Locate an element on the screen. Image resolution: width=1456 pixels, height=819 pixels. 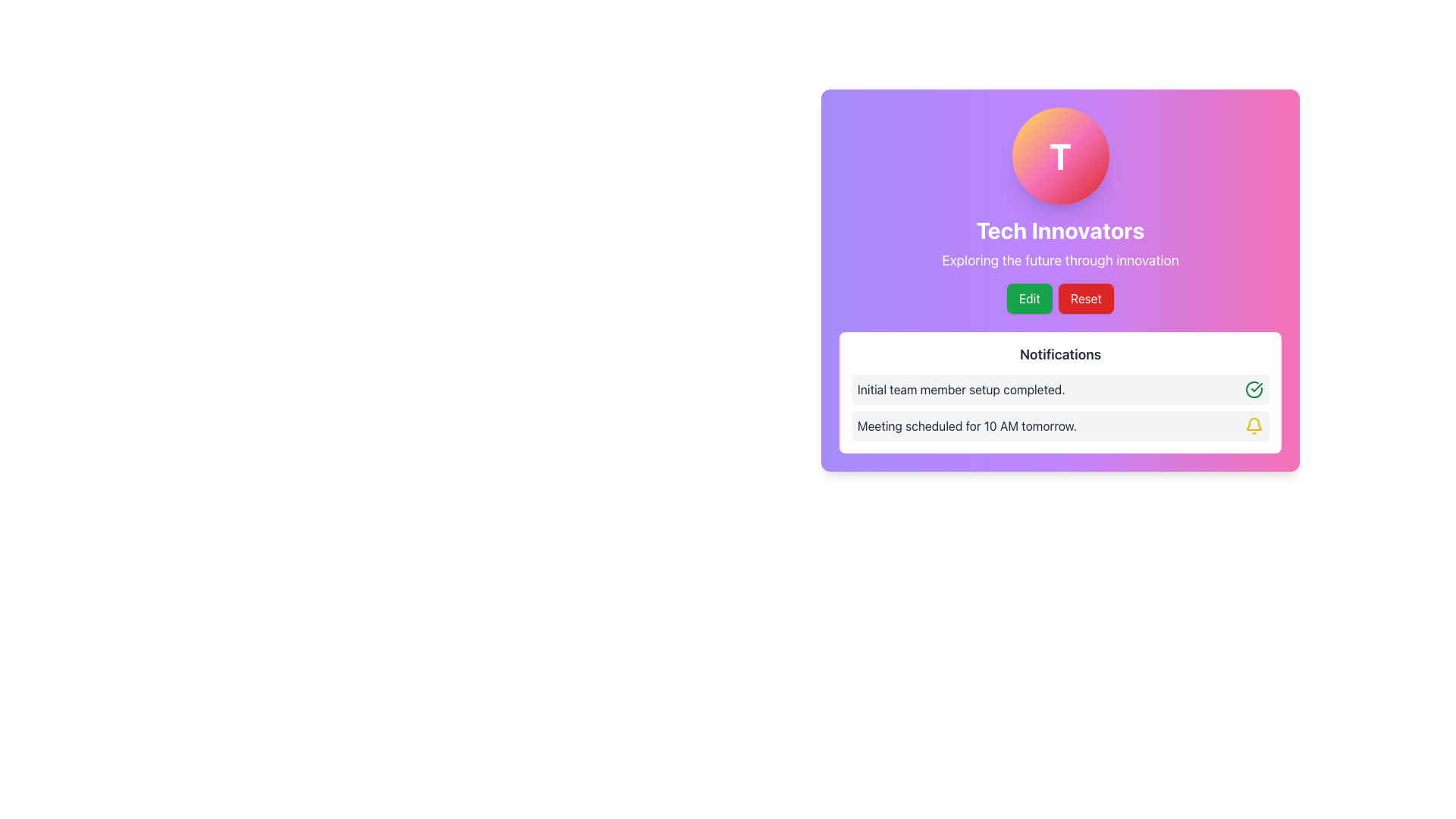
the yellow bell icon, which is the last item in the second notification row under the 'Notifications' heading is located at coordinates (1254, 424).